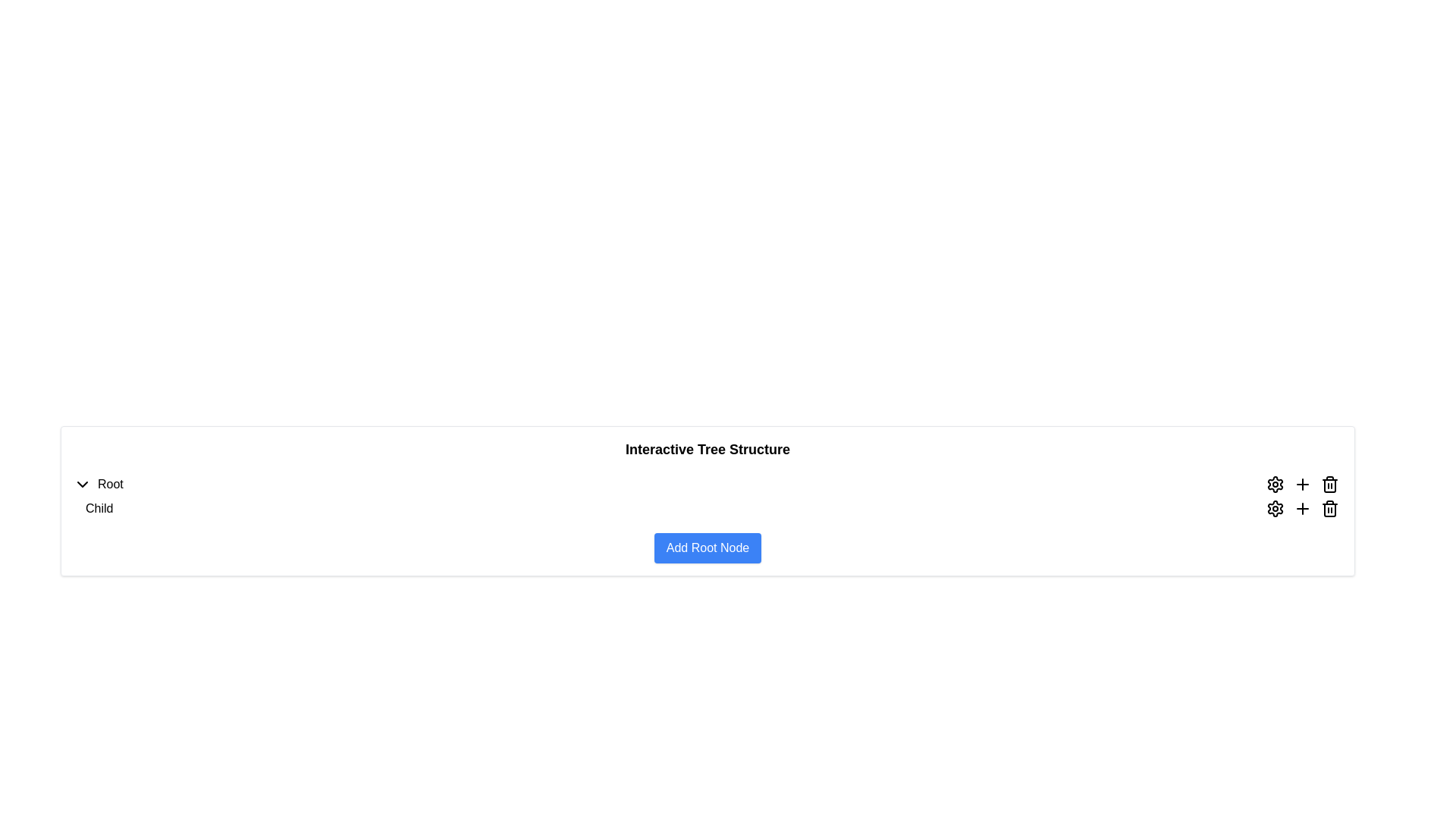  What do you see at coordinates (1274, 485) in the screenshot?
I see `the first gear icon in the row of icons to the right of the interface` at bounding box center [1274, 485].